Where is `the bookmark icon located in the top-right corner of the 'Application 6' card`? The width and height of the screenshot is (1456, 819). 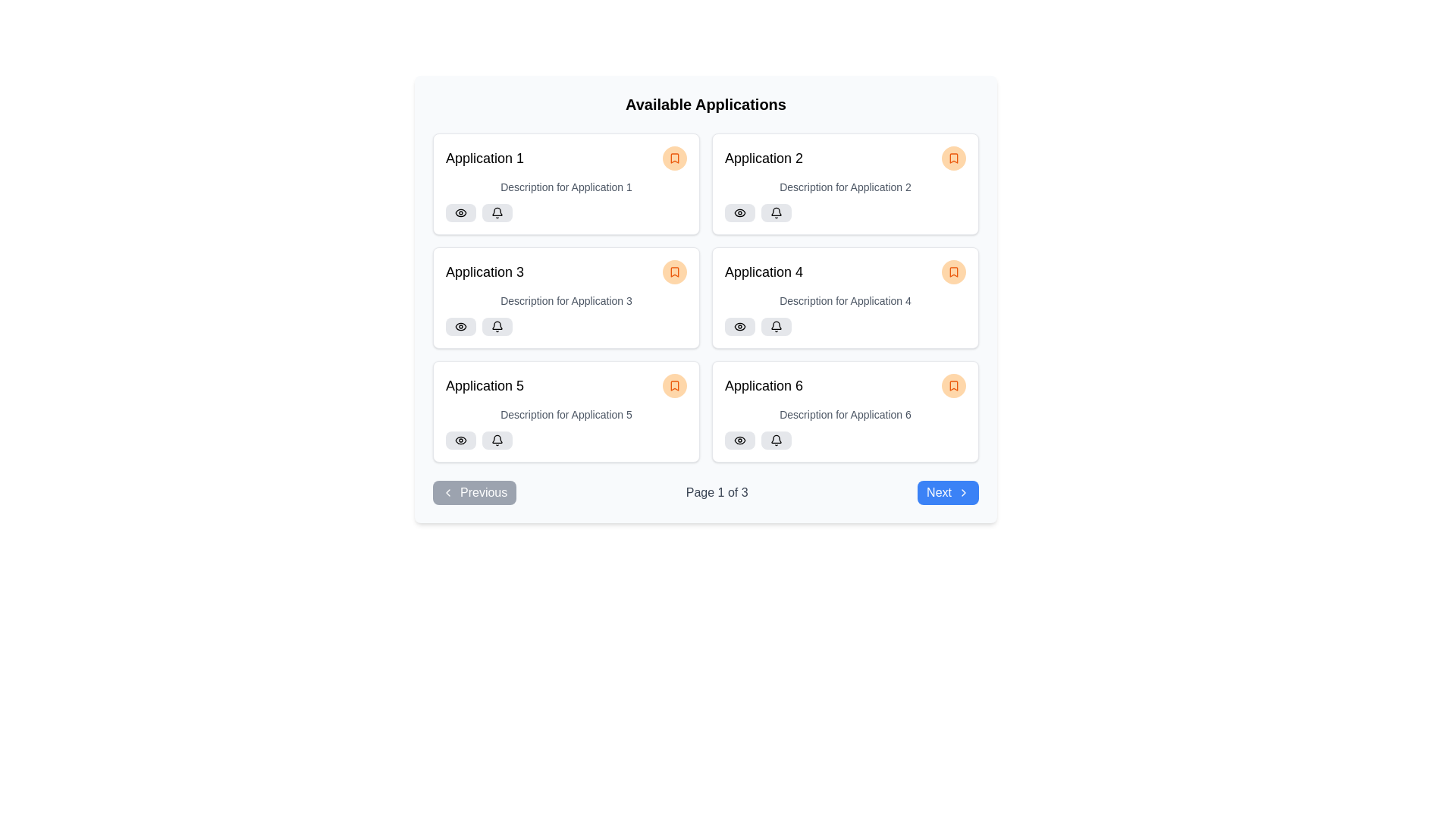 the bookmark icon located in the top-right corner of the 'Application 6' card is located at coordinates (952, 385).